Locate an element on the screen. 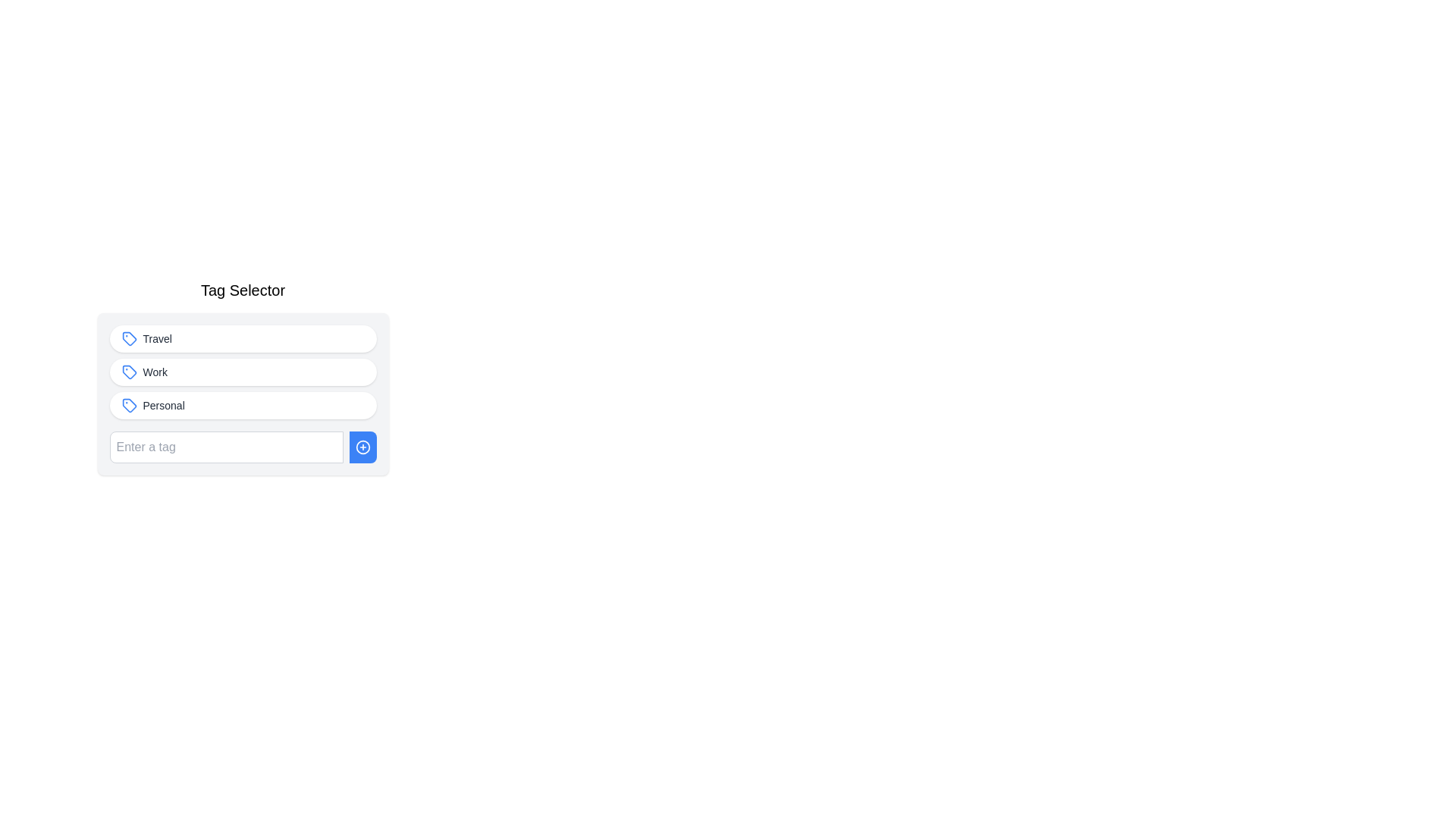  the 'Personal' category icon in the tag list, which is the third item under the 'Tag Selector' section is located at coordinates (129, 405).